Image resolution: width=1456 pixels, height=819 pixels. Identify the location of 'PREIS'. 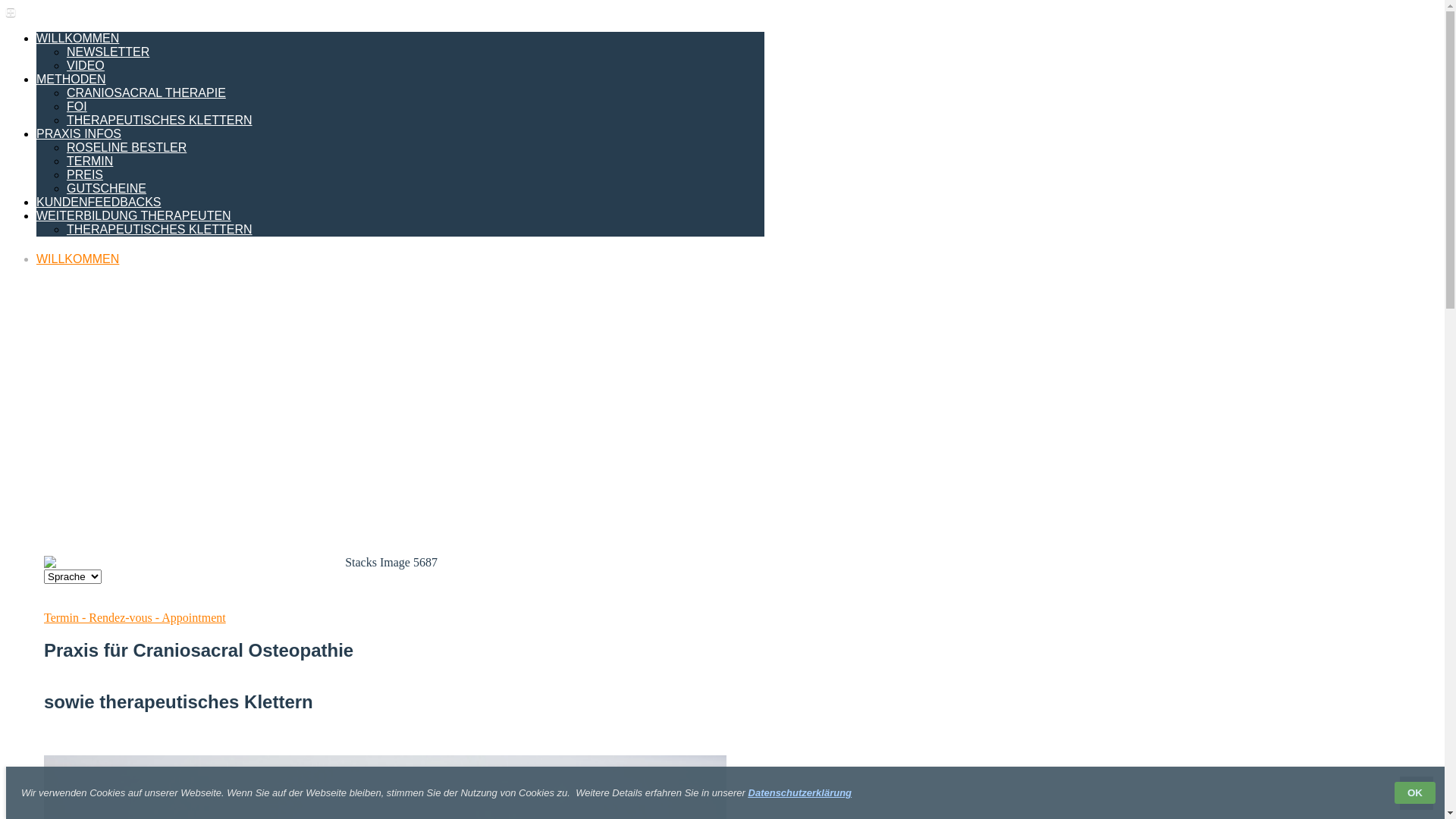
(83, 174).